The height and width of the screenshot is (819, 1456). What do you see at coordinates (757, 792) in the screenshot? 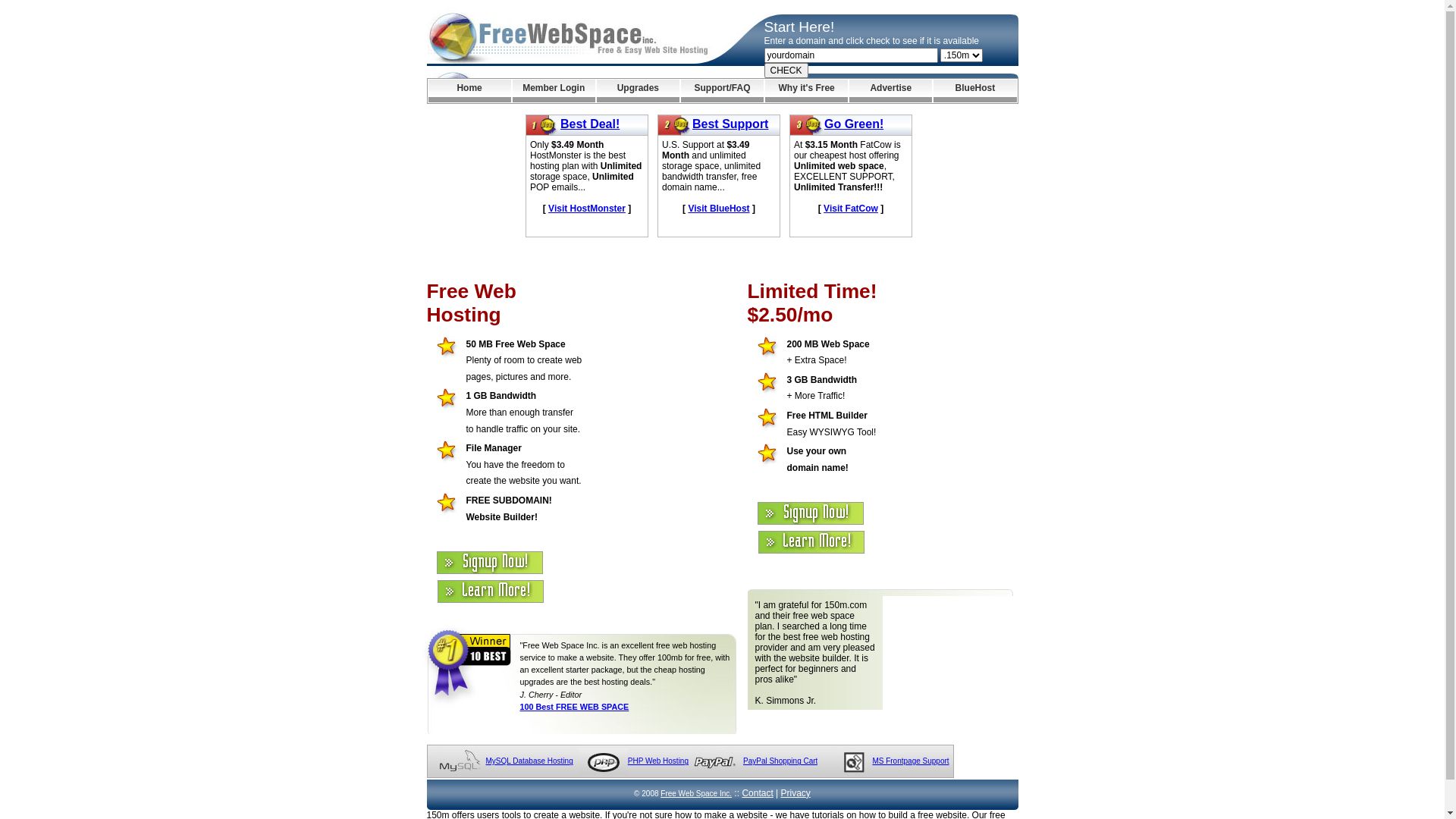
I see `'Contact'` at bounding box center [757, 792].